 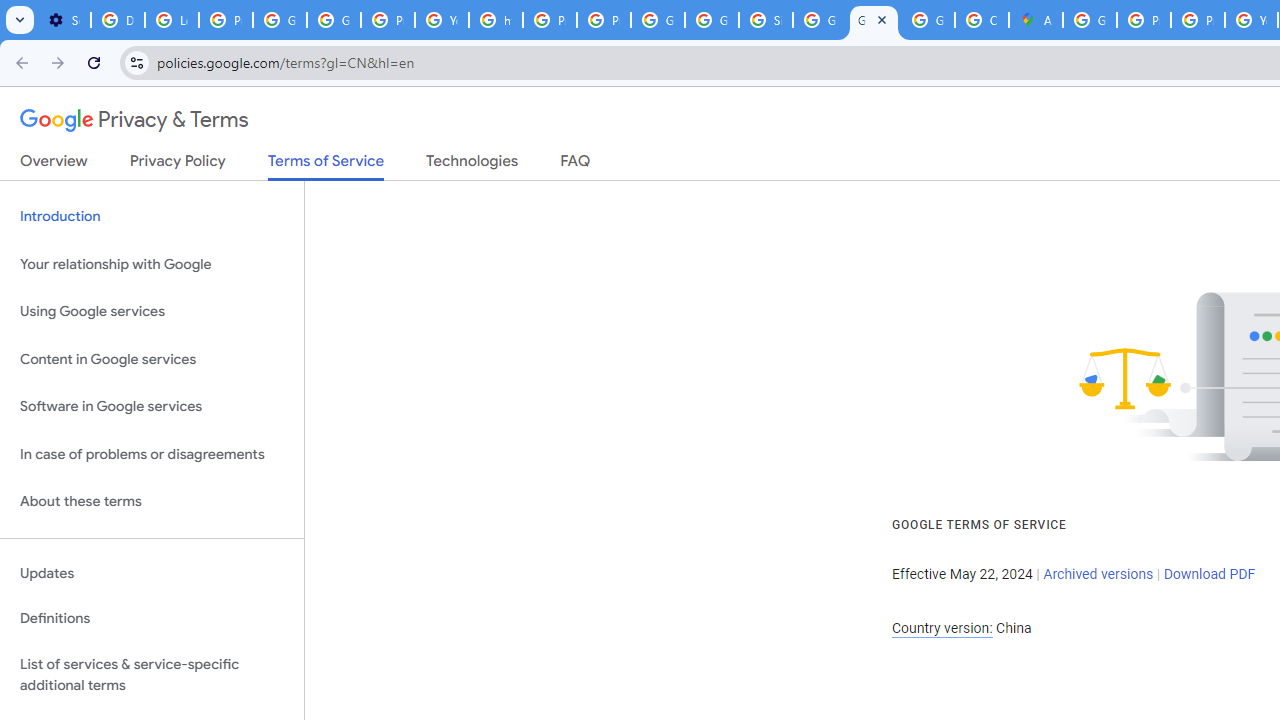 I want to click on 'Your relationship with Google', so click(x=151, y=263).